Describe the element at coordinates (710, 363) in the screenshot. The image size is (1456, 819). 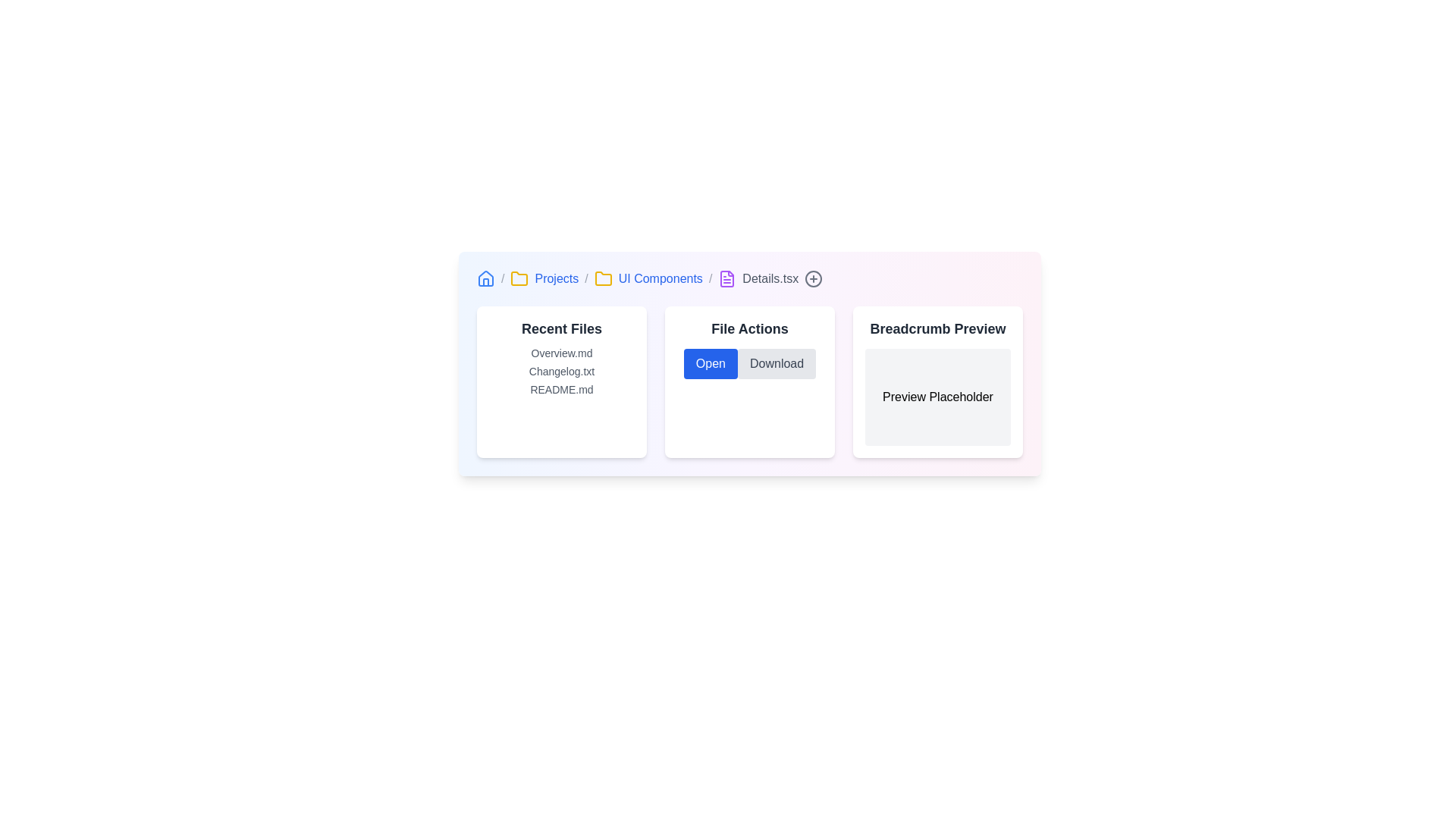
I see `the 'Open' button located in the 'File Actions' section` at that location.